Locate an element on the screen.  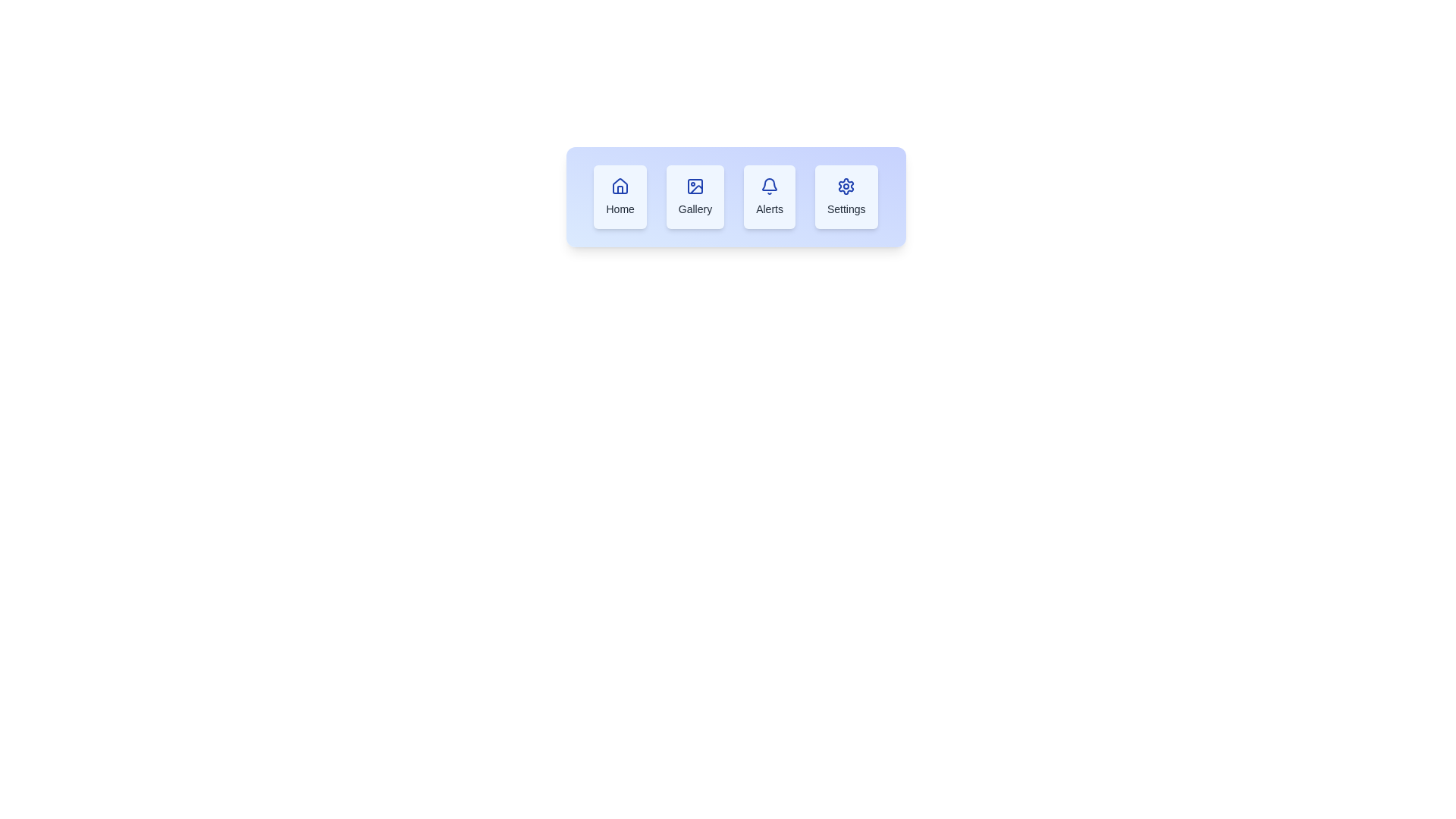
the 'Home' text label, which is centrally positioned below a house icon in the first button of a horizontal menu containing four buttons is located at coordinates (620, 209).